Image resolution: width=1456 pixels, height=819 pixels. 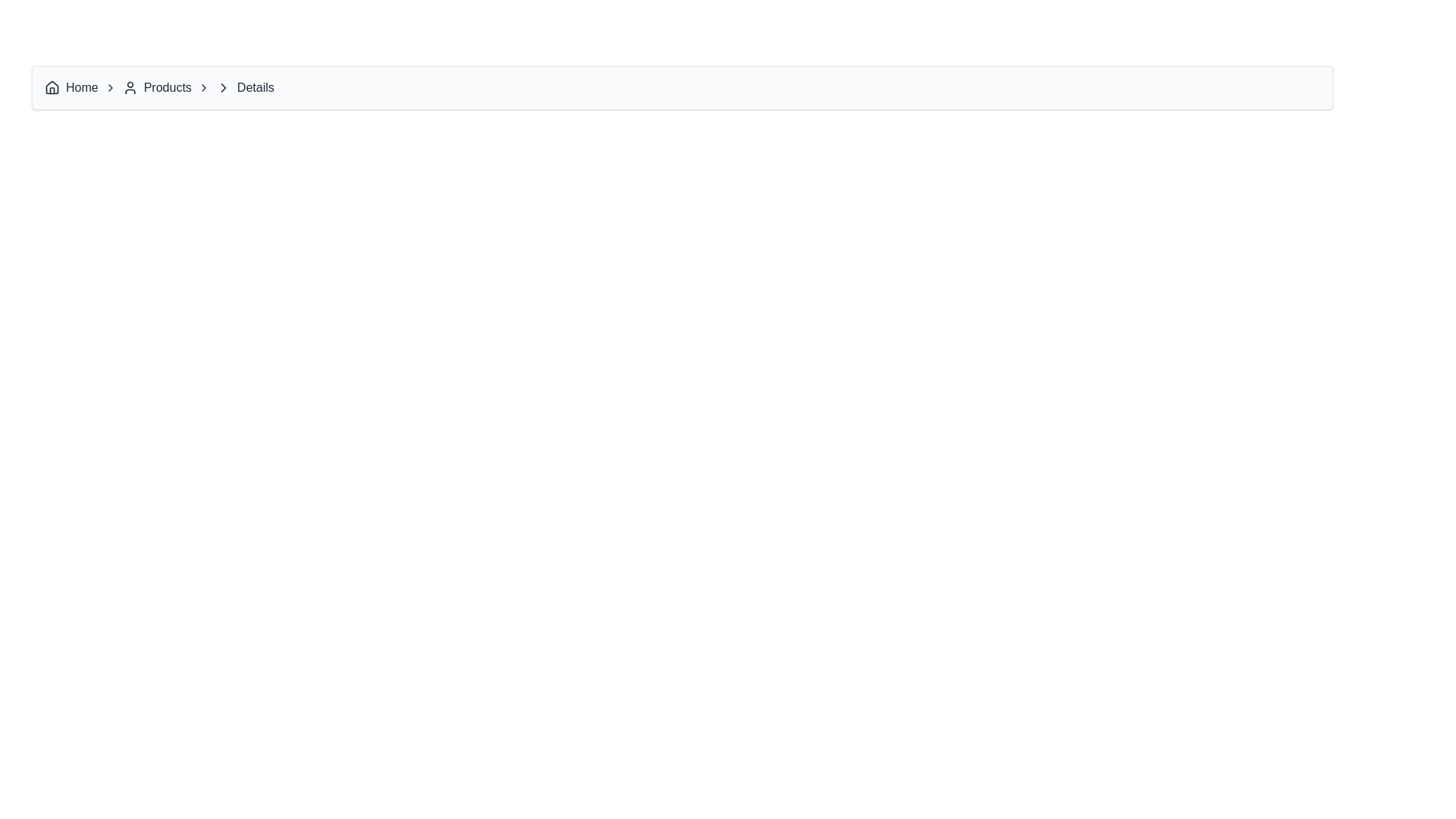 I want to click on the 'Details' text label located at the far-right segment of the breadcrumb navigation structure, so click(x=256, y=87).